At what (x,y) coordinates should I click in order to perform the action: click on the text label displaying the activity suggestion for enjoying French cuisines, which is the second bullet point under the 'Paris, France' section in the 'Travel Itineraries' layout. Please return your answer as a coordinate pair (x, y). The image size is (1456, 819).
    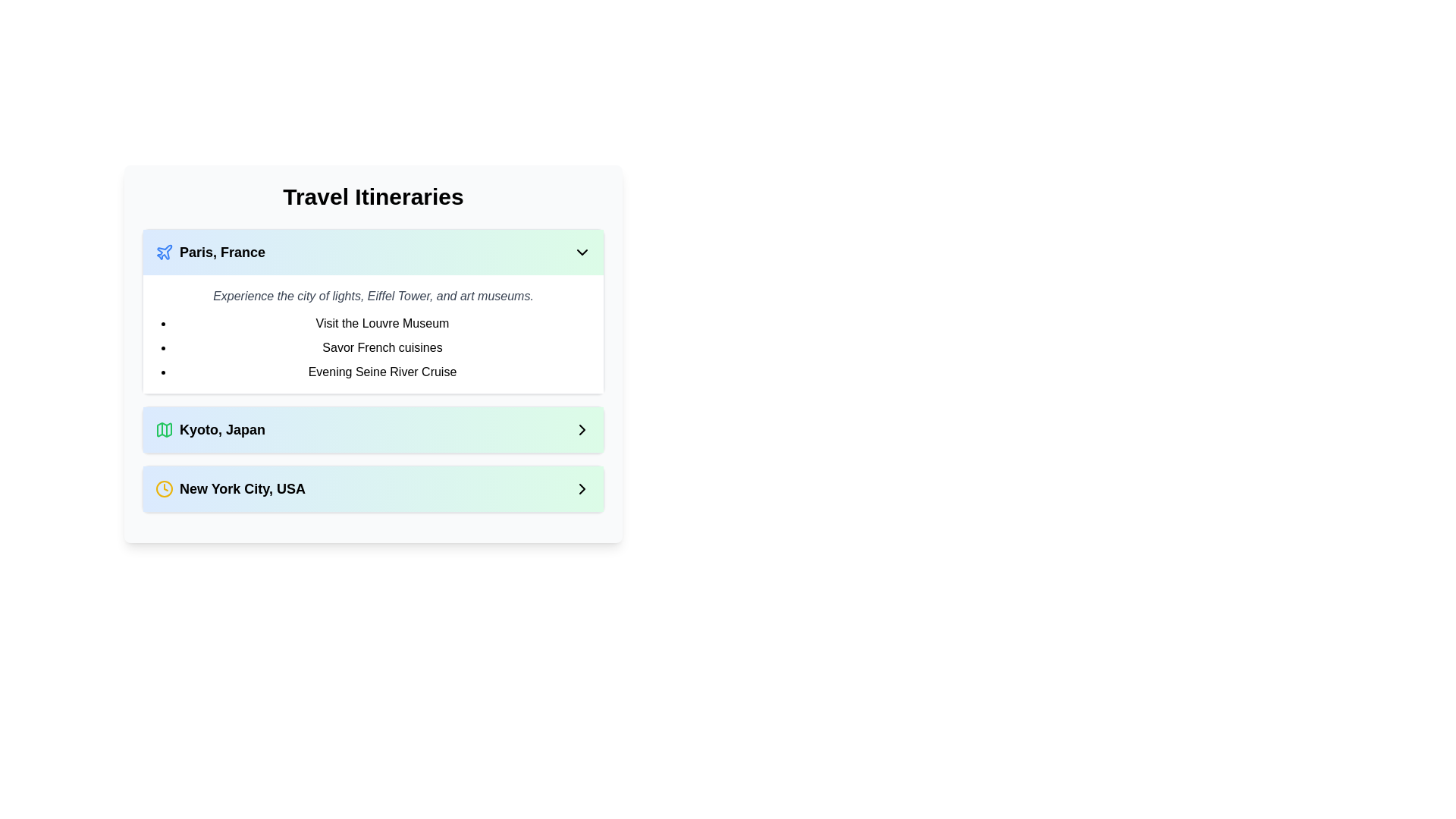
    Looking at the image, I should click on (382, 348).